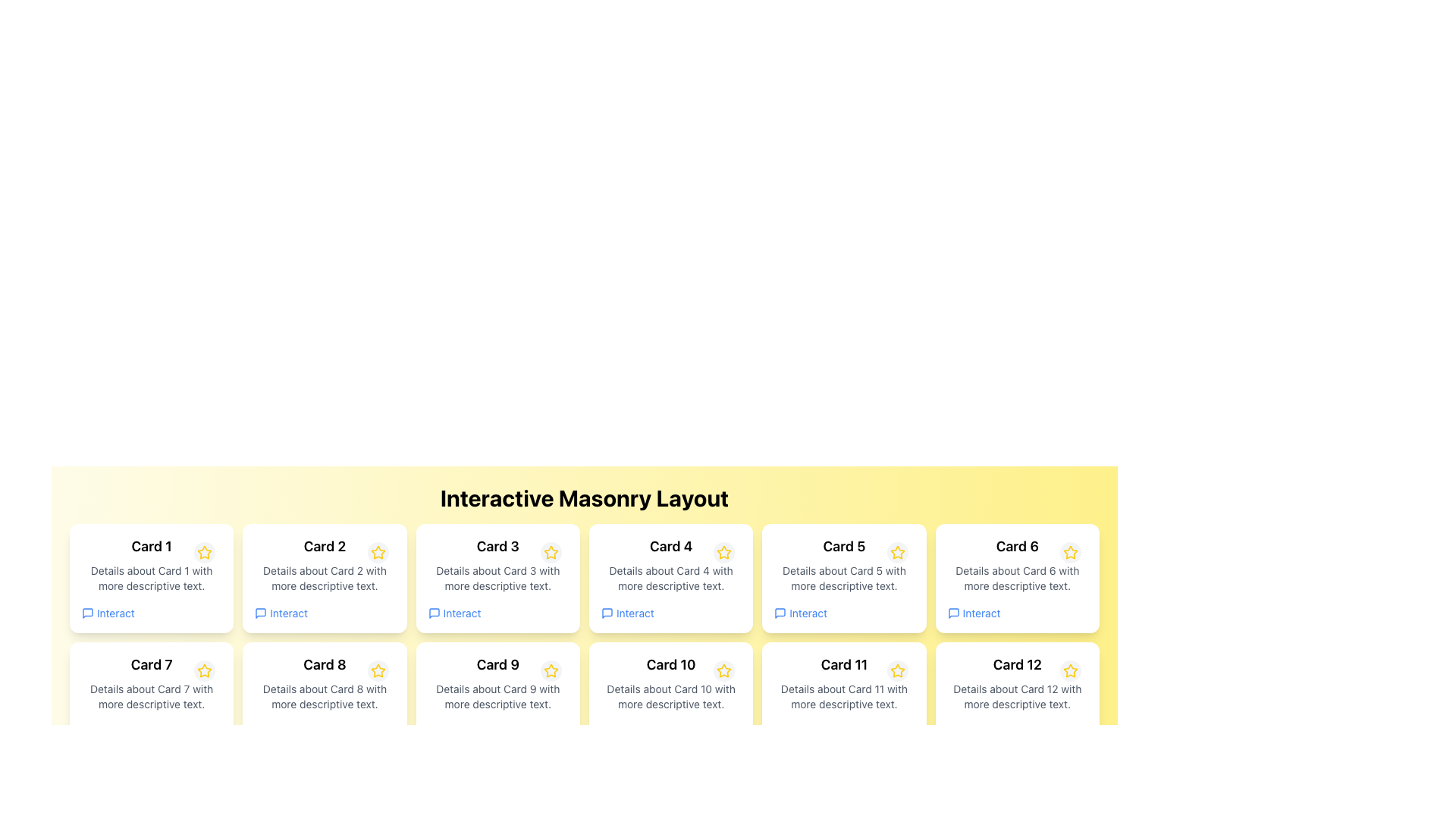  What do you see at coordinates (843, 547) in the screenshot?
I see `the text label displaying 'Card 5', which is styled with a large, bold font and located in the third card of the second row in a grid layout` at bounding box center [843, 547].